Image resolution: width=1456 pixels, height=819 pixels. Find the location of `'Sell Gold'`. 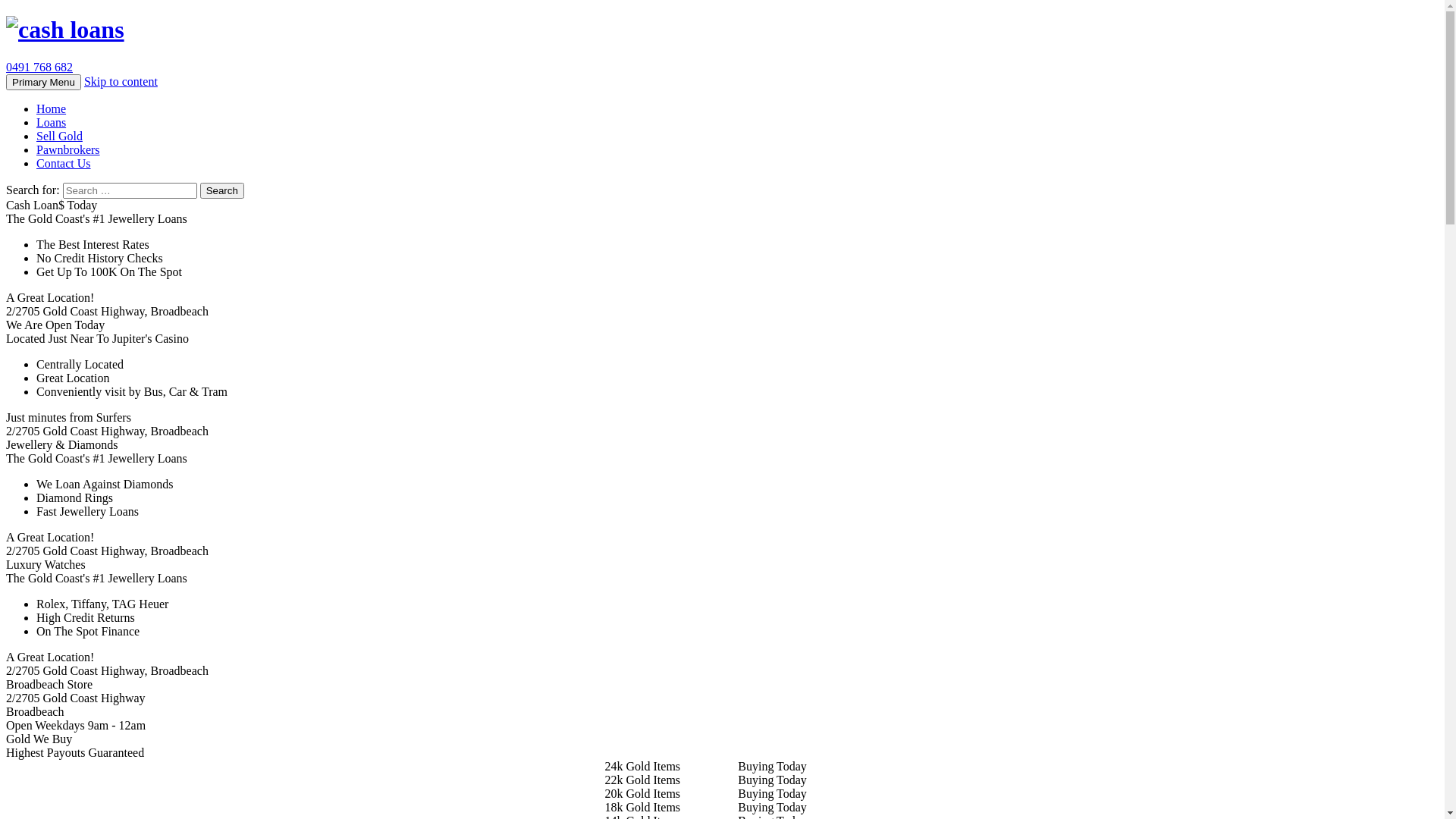

'Sell Gold' is located at coordinates (36, 135).